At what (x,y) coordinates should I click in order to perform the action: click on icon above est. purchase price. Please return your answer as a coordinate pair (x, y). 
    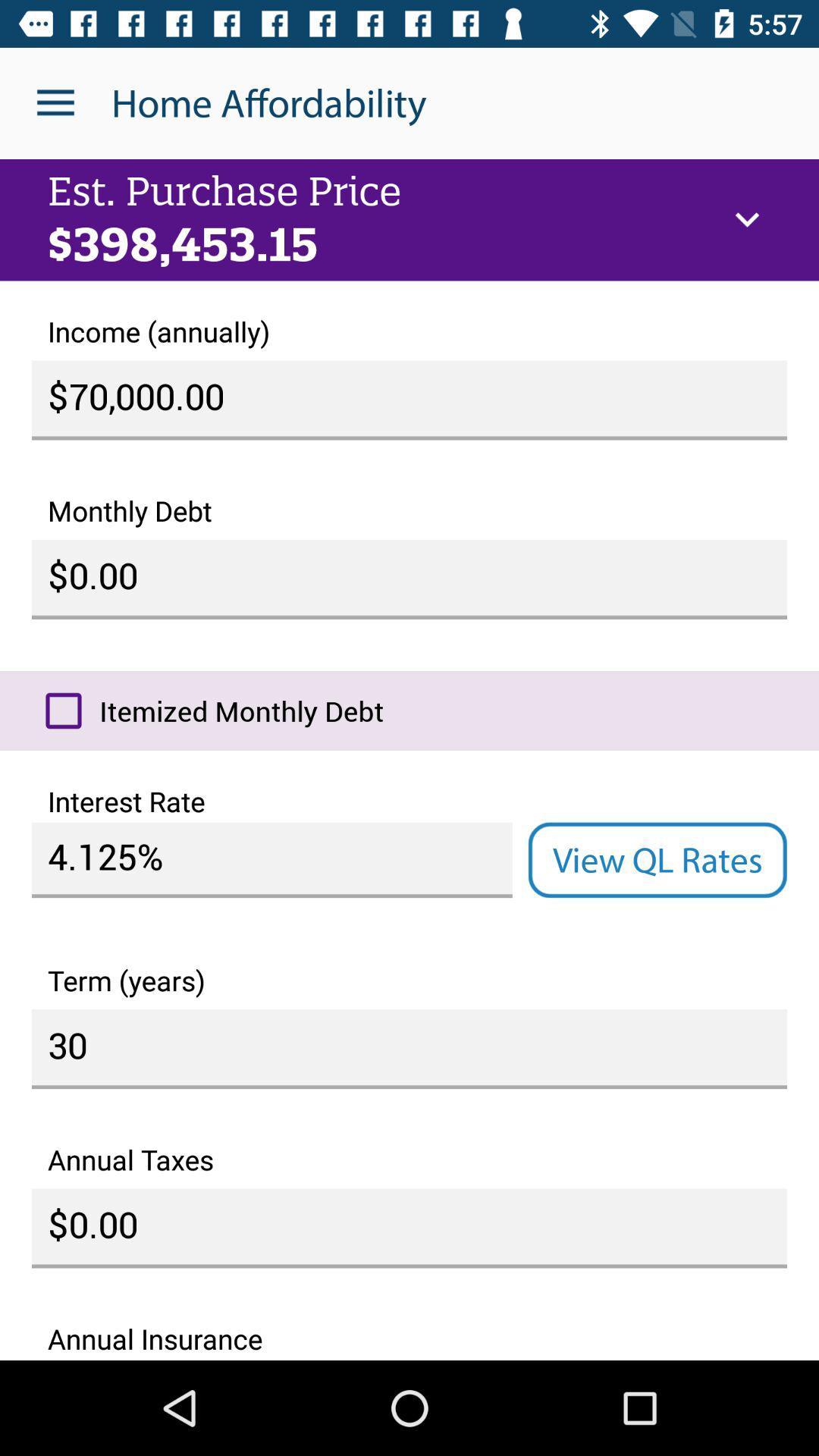
    Looking at the image, I should click on (55, 102).